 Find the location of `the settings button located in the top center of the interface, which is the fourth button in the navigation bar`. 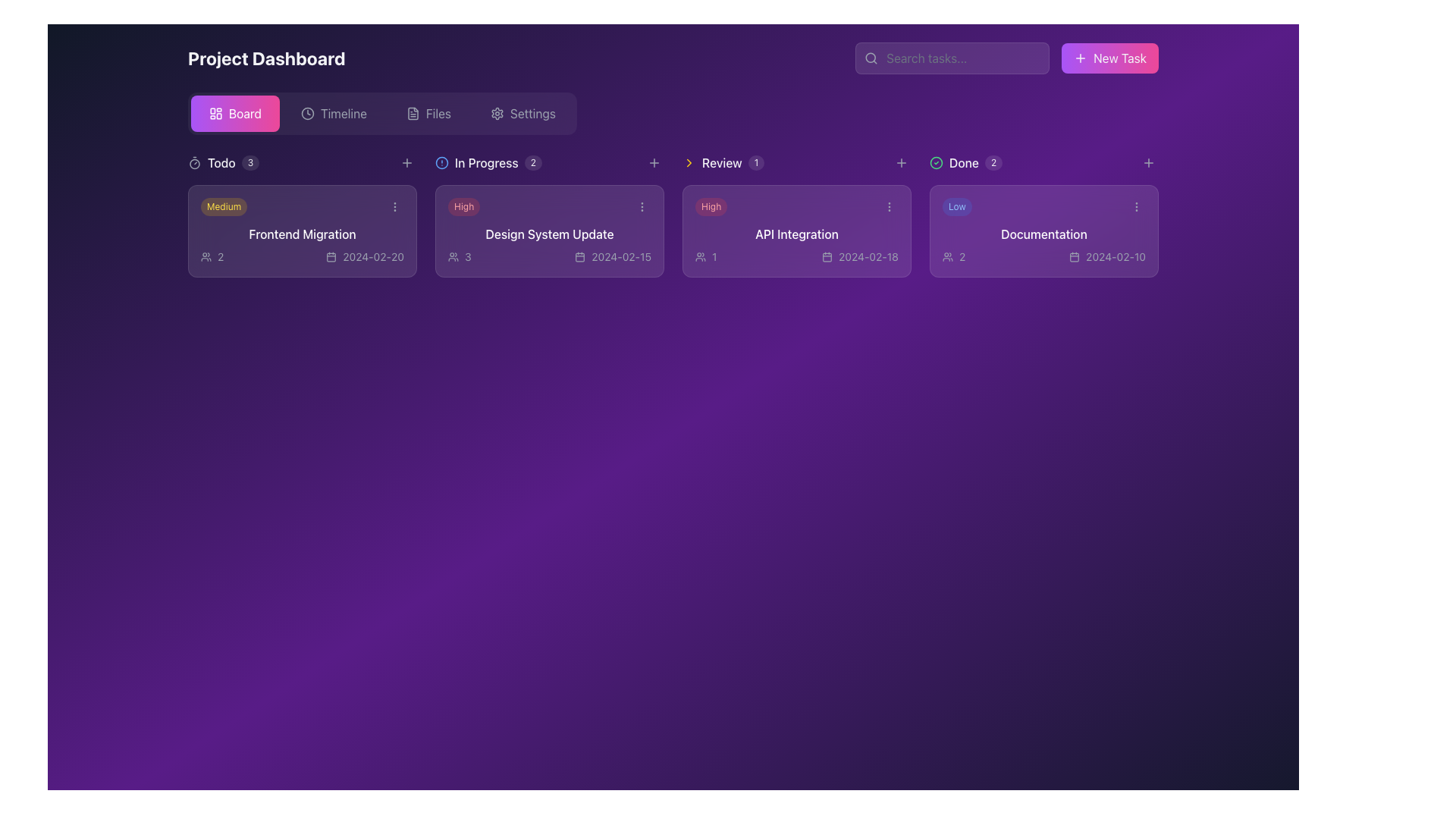

the settings button located in the top center of the interface, which is the fourth button in the navigation bar is located at coordinates (522, 113).